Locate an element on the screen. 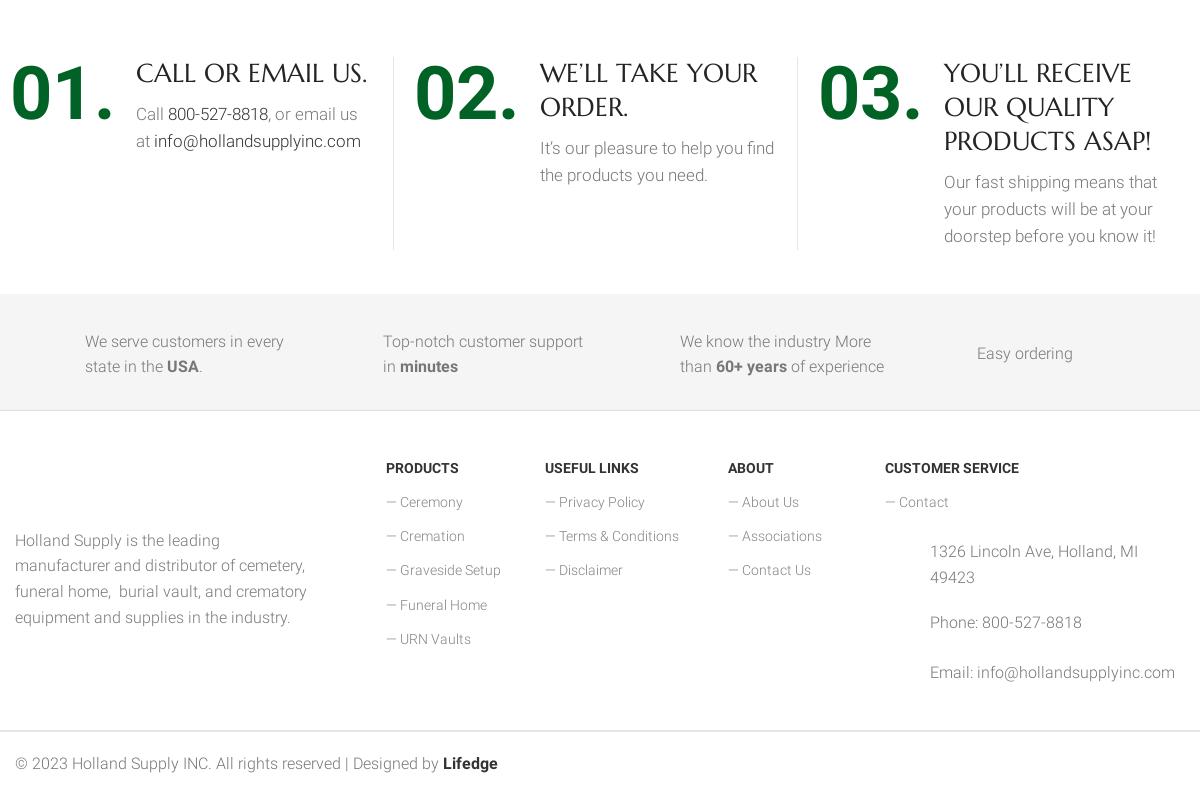 Image resolution: width=1202 pixels, height=793 pixels. 'Customer Service' is located at coordinates (885, 465).